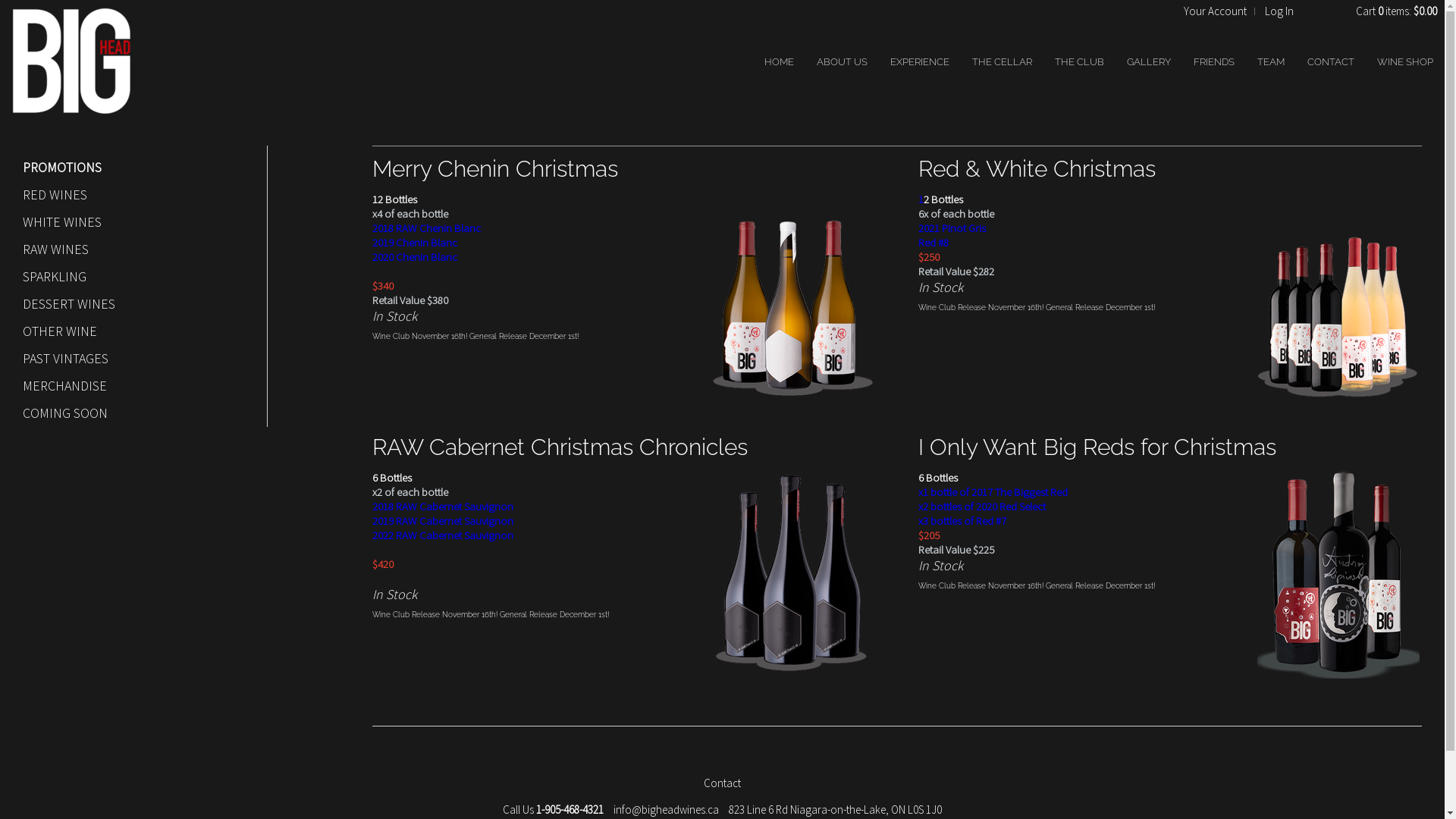 Image resolution: width=1456 pixels, height=819 pixels. Describe the element at coordinates (1270, 61) in the screenshot. I see `'TEAM'` at that location.